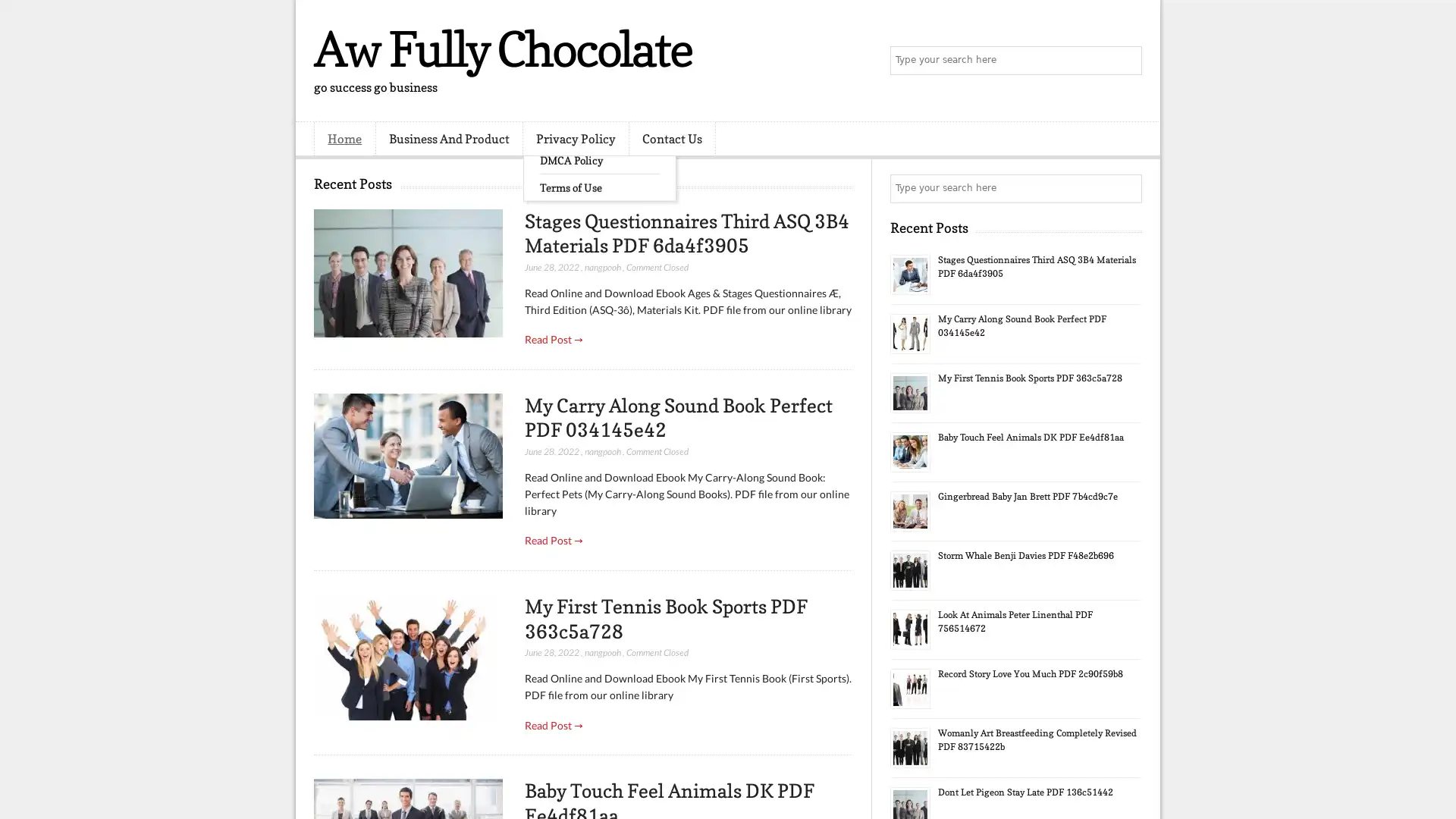 Image resolution: width=1456 pixels, height=819 pixels. What do you see at coordinates (1126, 188) in the screenshot?
I see `Search` at bounding box center [1126, 188].